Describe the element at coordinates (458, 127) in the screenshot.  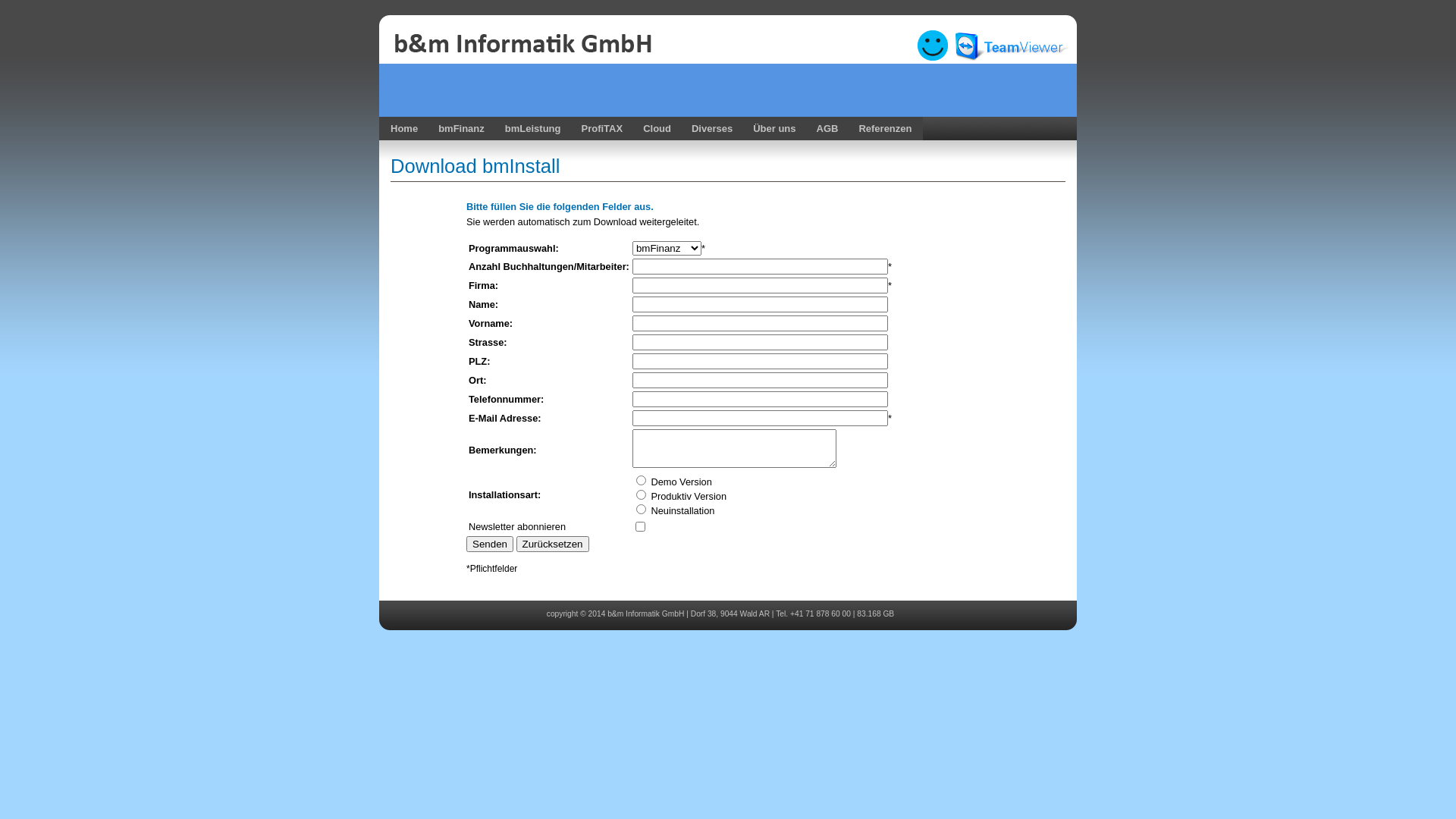
I see `'bmFinanz'` at that location.